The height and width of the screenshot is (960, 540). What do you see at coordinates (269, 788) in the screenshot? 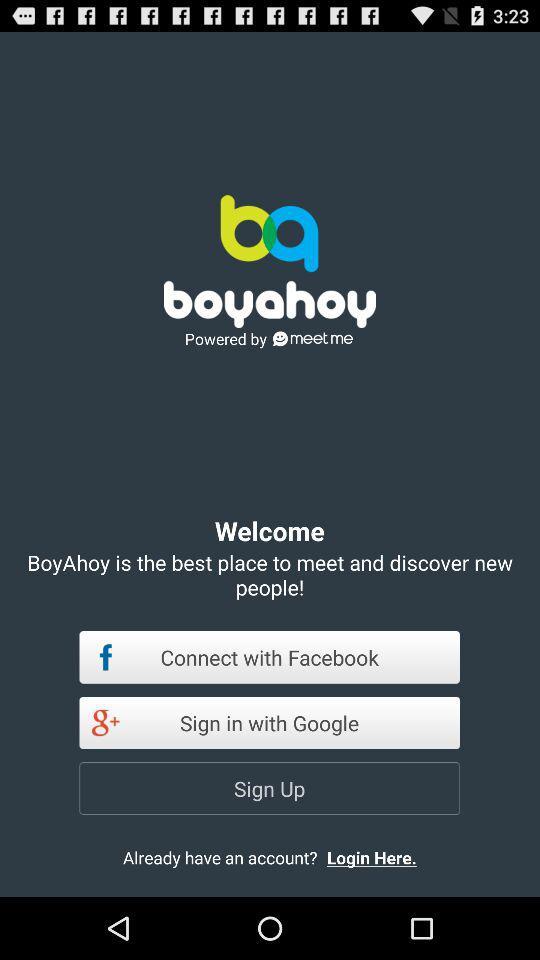
I see `app above the already have an app` at bounding box center [269, 788].